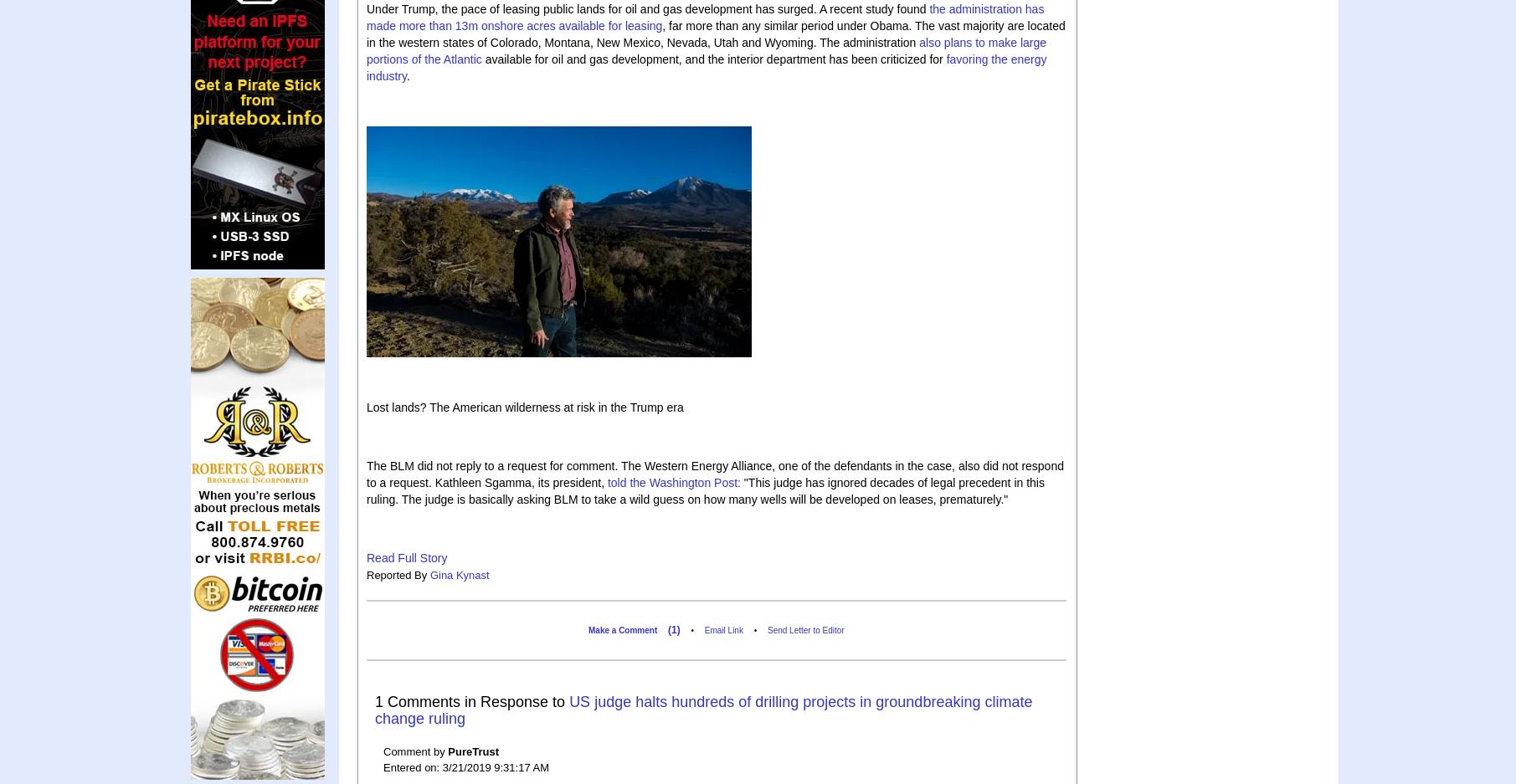 The height and width of the screenshot is (784, 1516). What do you see at coordinates (495, 766) in the screenshot?
I see `'3/21/2019 9:31:17 AM'` at bounding box center [495, 766].